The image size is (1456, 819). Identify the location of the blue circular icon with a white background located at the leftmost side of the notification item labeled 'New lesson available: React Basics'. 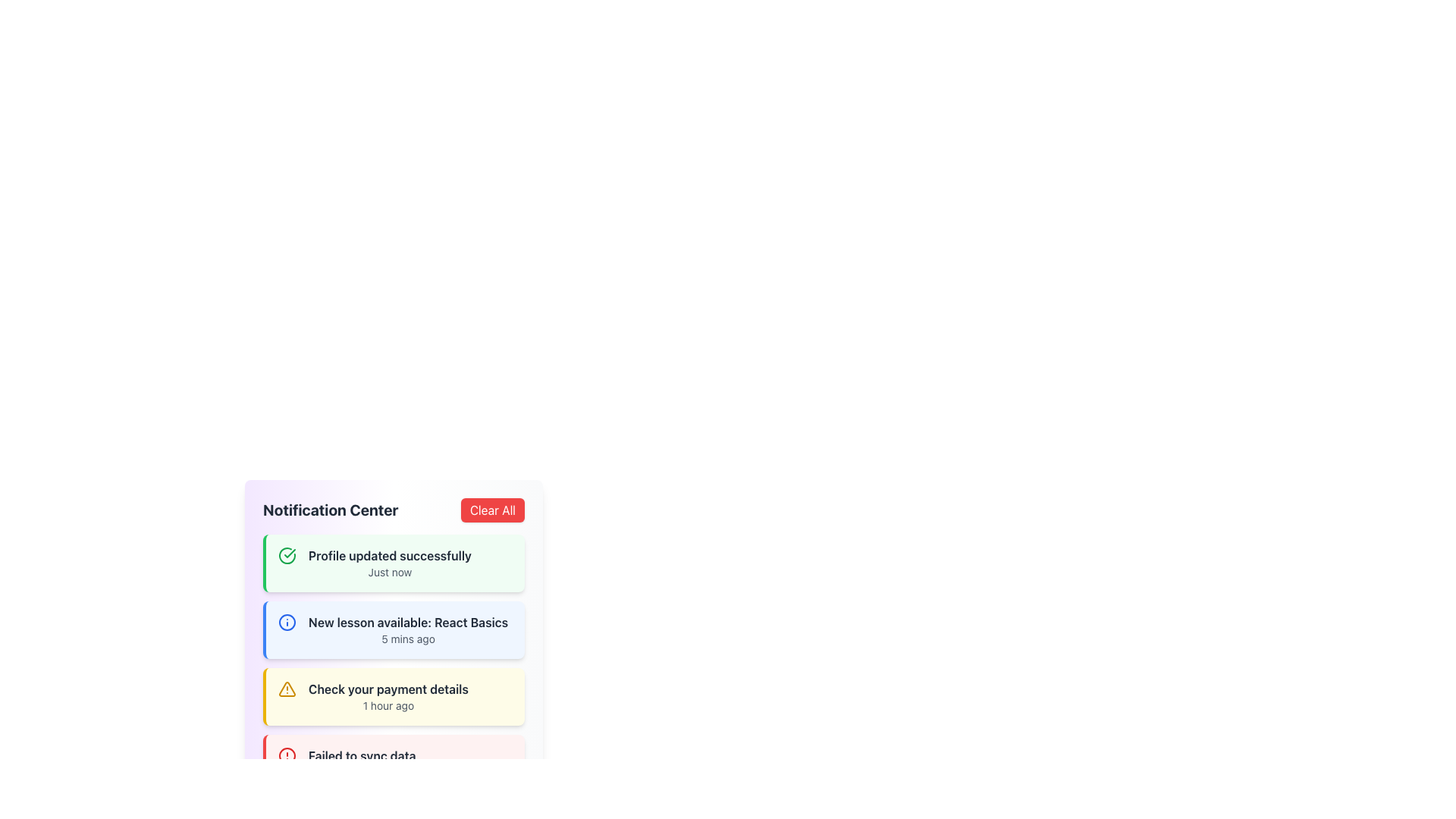
(287, 623).